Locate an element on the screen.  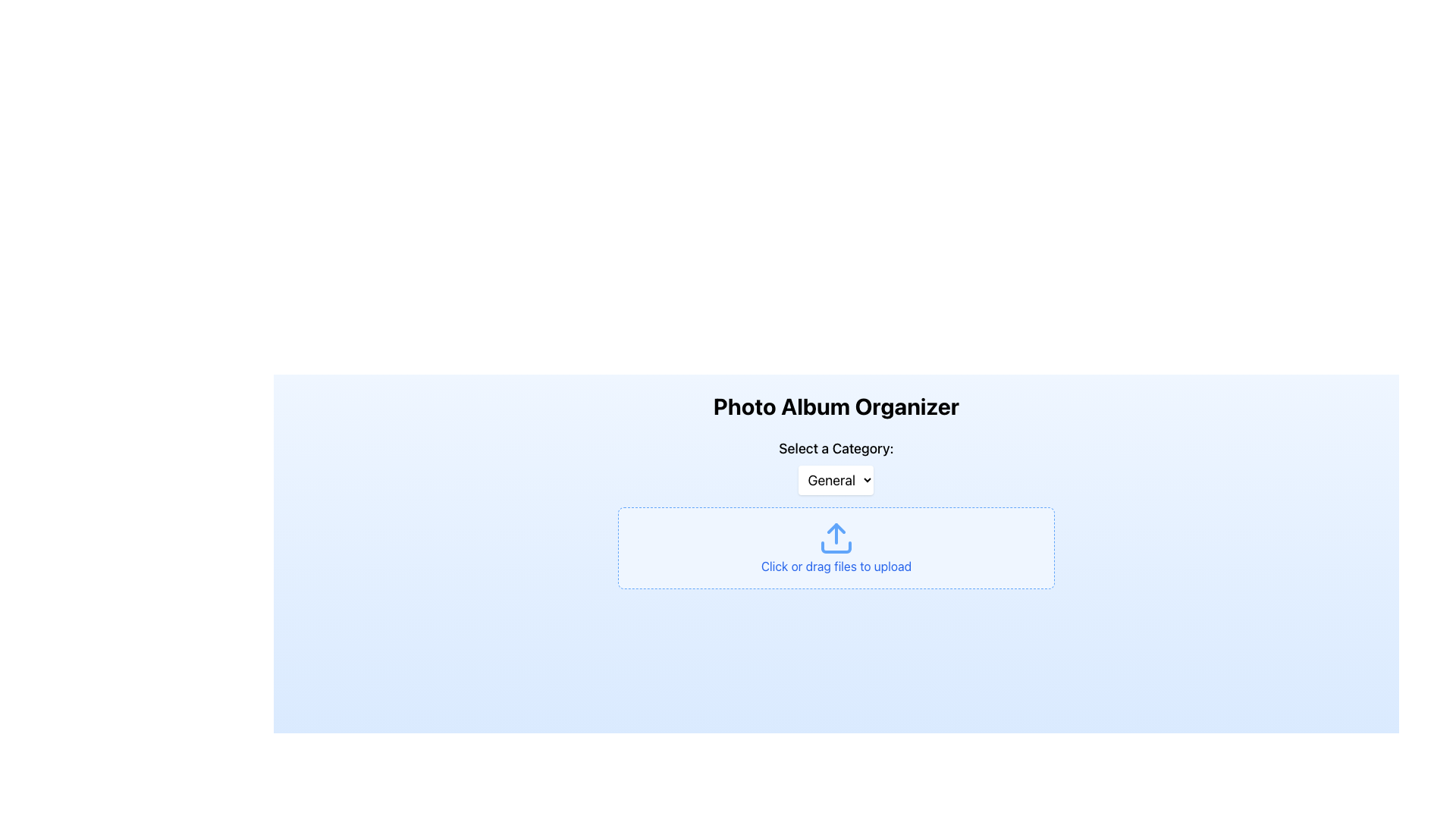
the upload indicator icon located centrally within the upload area, which prompts users to upload files is located at coordinates (836, 537).